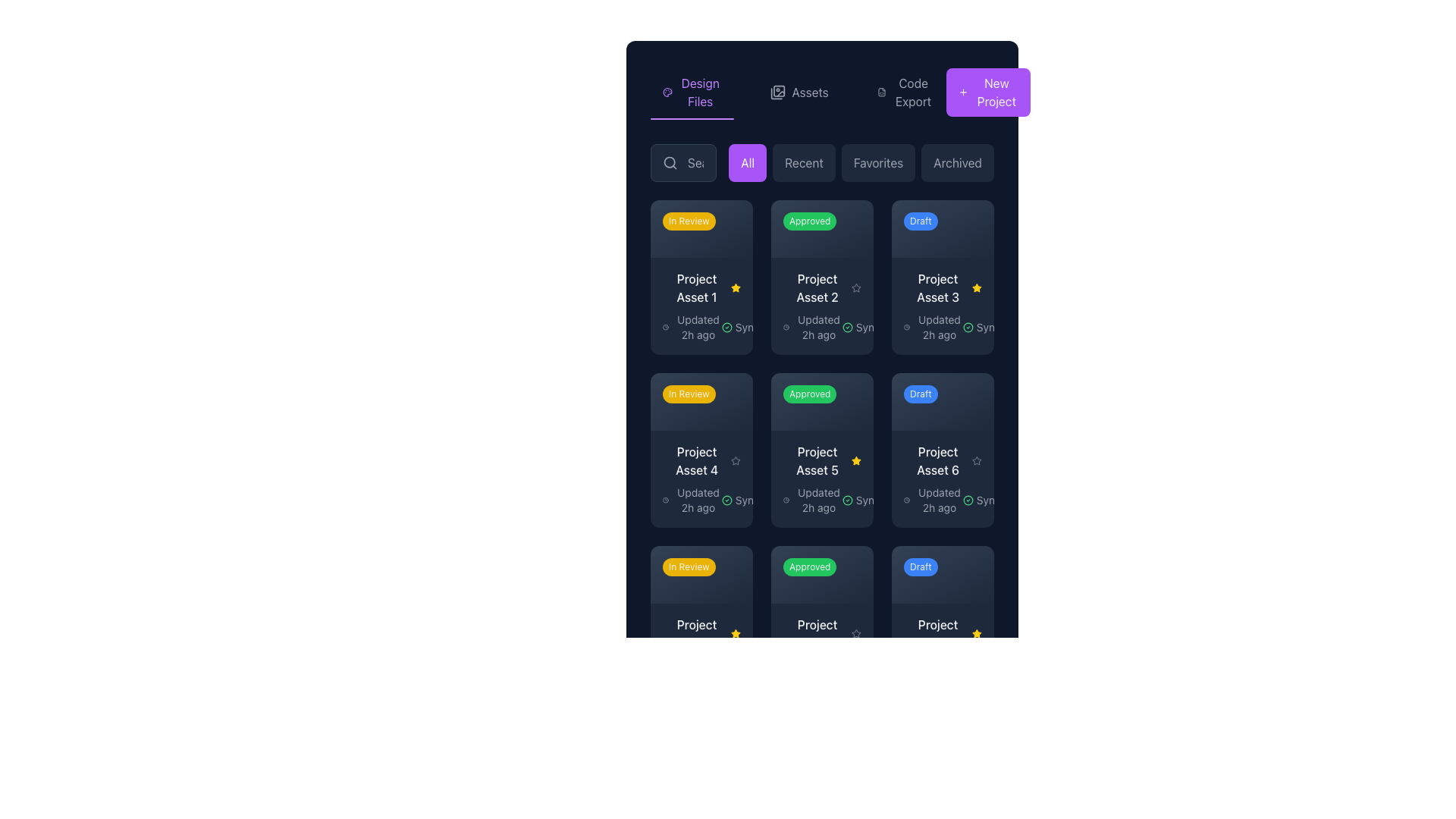 Image resolution: width=1456 pixels, height=819 pixels. Describe the element at coordinates (688, 566) in the screenshot. I see `text from the status indicator label located in the bottom-left area of the grid layout` at that location.